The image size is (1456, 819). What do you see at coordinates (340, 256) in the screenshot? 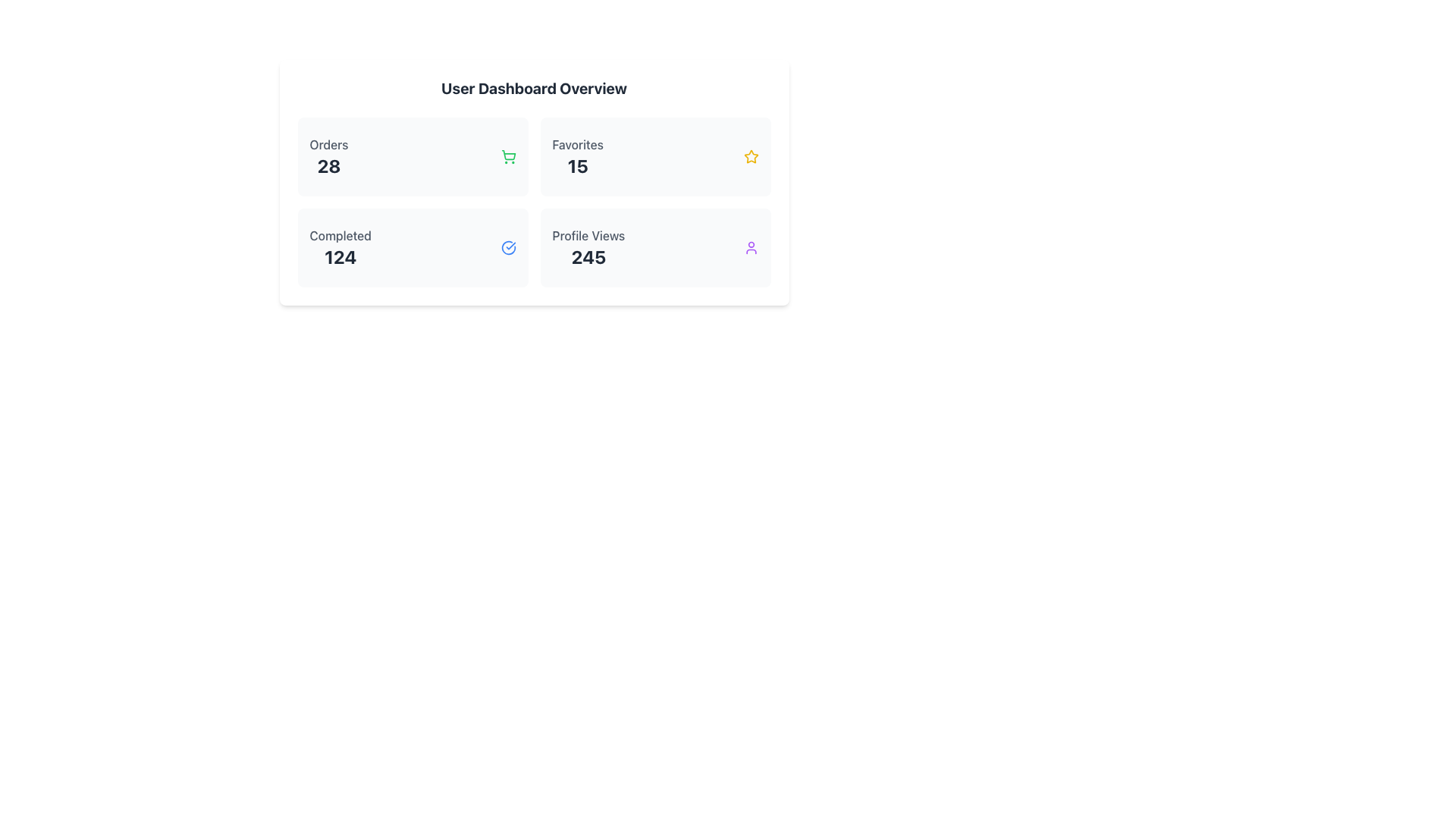
I see `the static text displaying the numerical value '124' under the label 'Completed' in the 'User Dashboard Overview' card` at bounding box center [340, 256].